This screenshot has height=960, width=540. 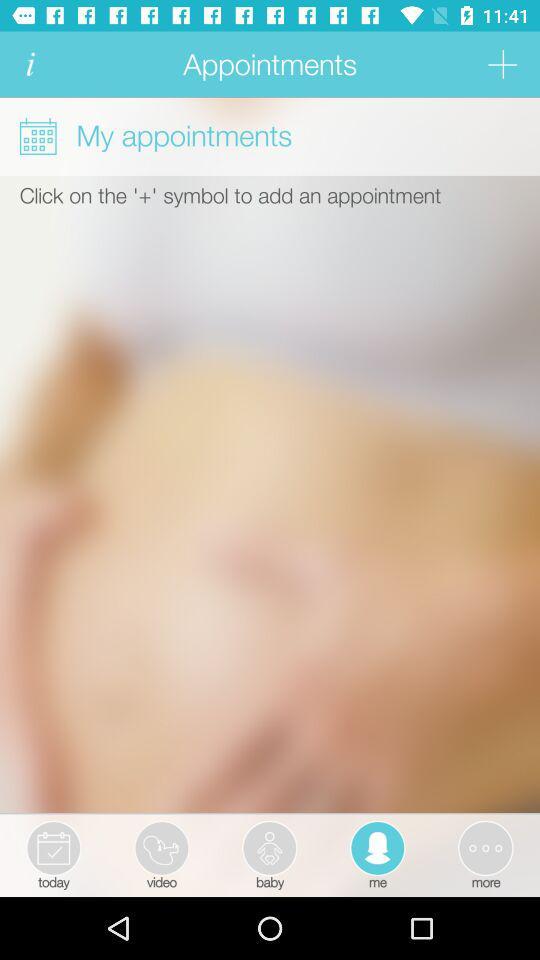 What do you see at coordinates (501, 64) in the screenshot?
I see `adds appointment` at bounding box center [501, 64].